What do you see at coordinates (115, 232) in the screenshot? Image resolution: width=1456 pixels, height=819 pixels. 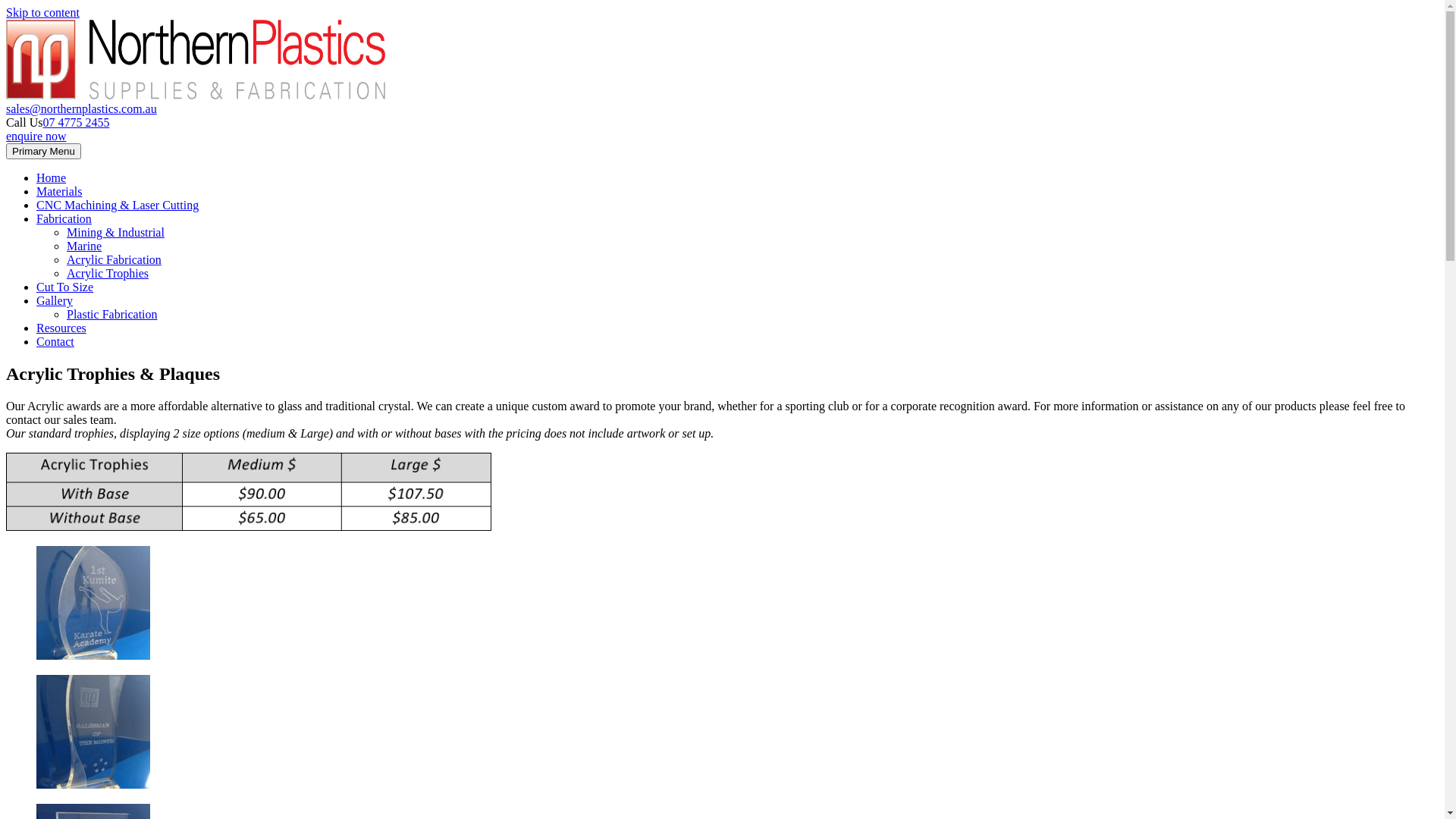 I see `'Mining & Industrial'` at bounding box center [115, 232].